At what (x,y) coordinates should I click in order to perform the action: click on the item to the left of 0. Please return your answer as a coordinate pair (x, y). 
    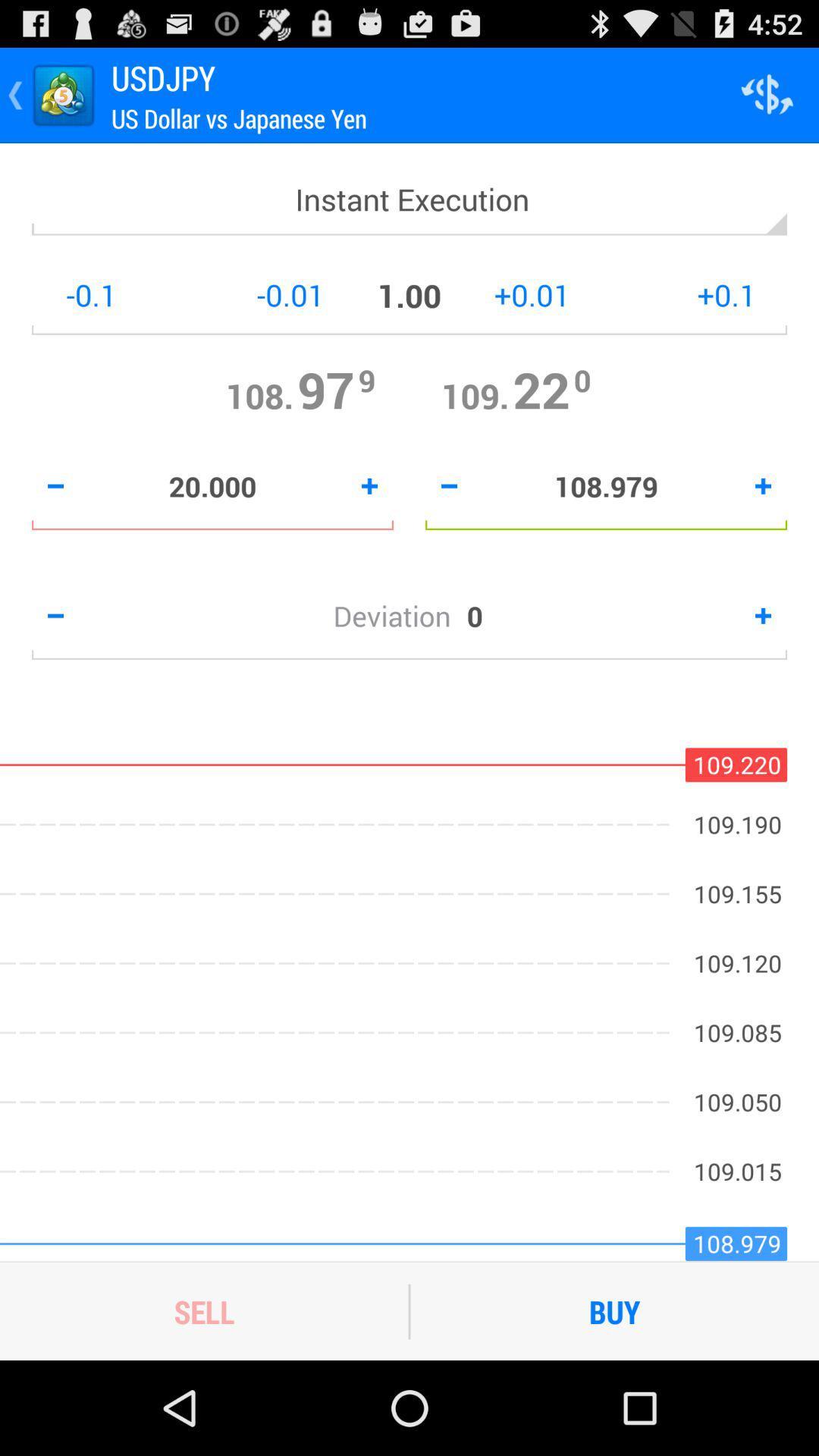
    Looking at the image, I should click on (399, 616).